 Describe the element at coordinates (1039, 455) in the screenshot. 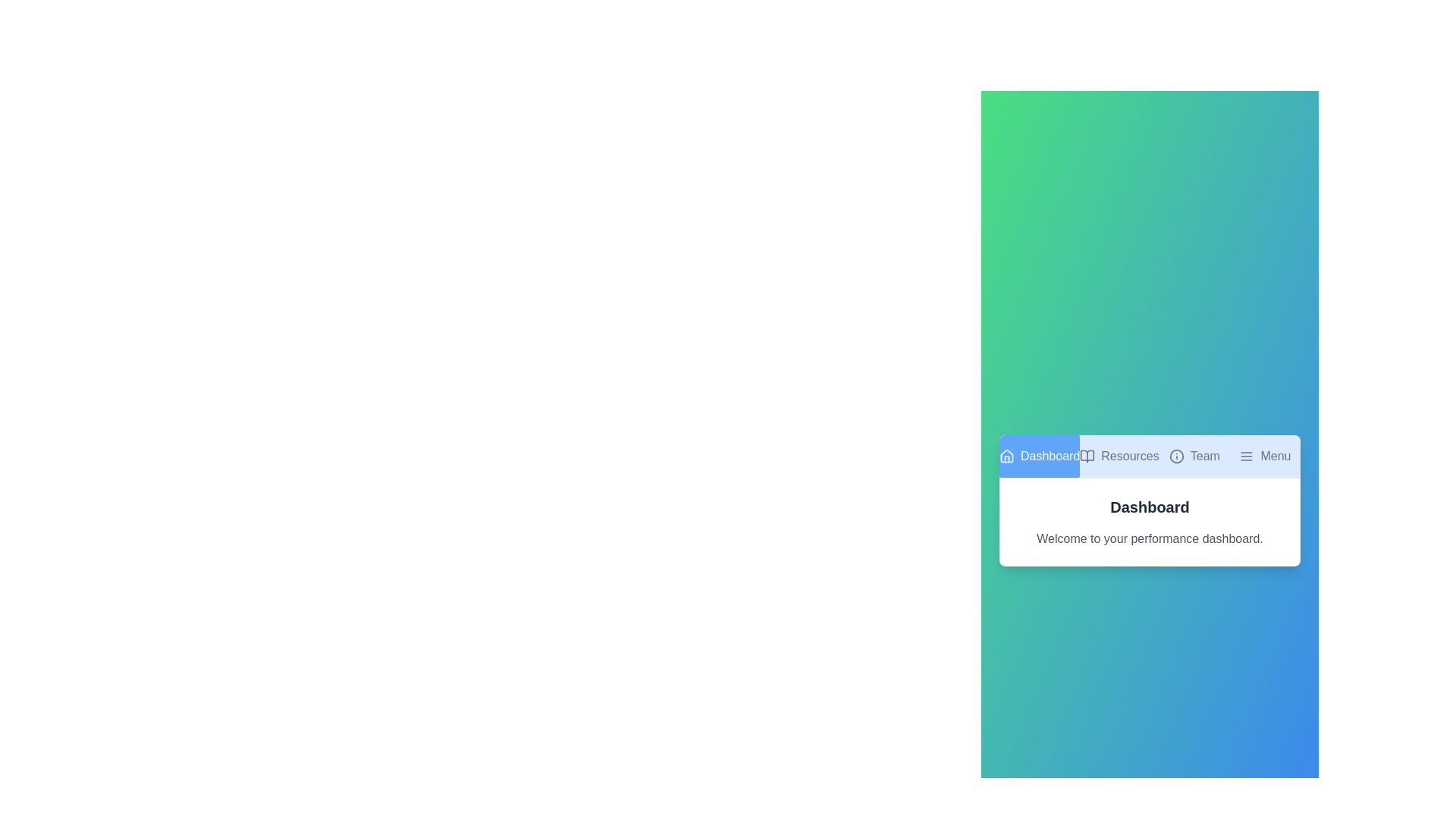

I see `the tab labeled Dashboard to observe its hover effect` at that location.